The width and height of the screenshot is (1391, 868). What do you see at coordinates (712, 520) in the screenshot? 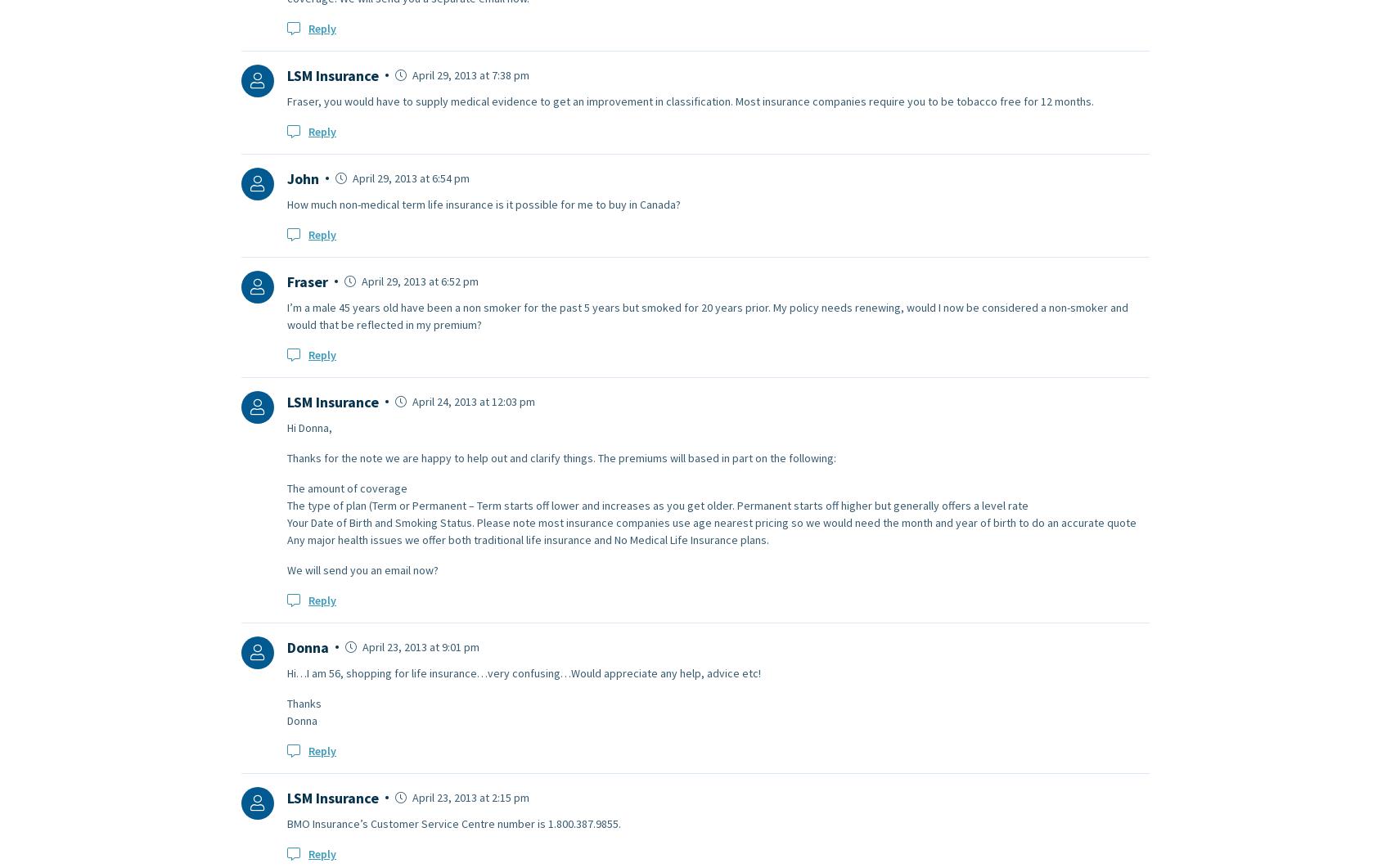
I see `'Your Date of Birth and Smoking Status. Please note most insurance companies use age nearest pricing so we would need the month and year of birth to do an accurate quote'` at bounding box center [712, 520].